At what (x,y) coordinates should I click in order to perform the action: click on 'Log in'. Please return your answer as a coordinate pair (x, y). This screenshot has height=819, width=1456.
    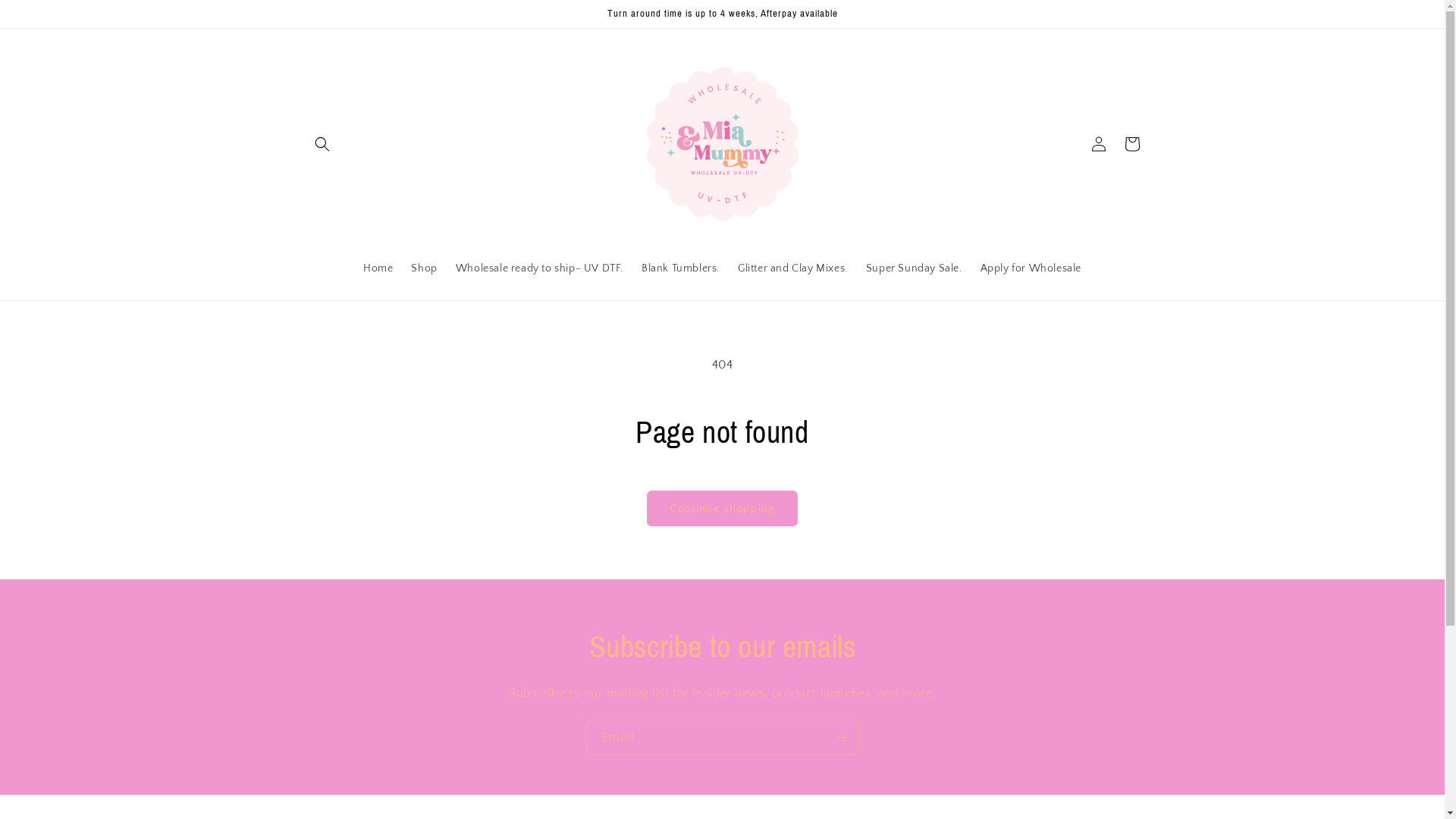
    Looking at the image, I should click on (1098, 143).